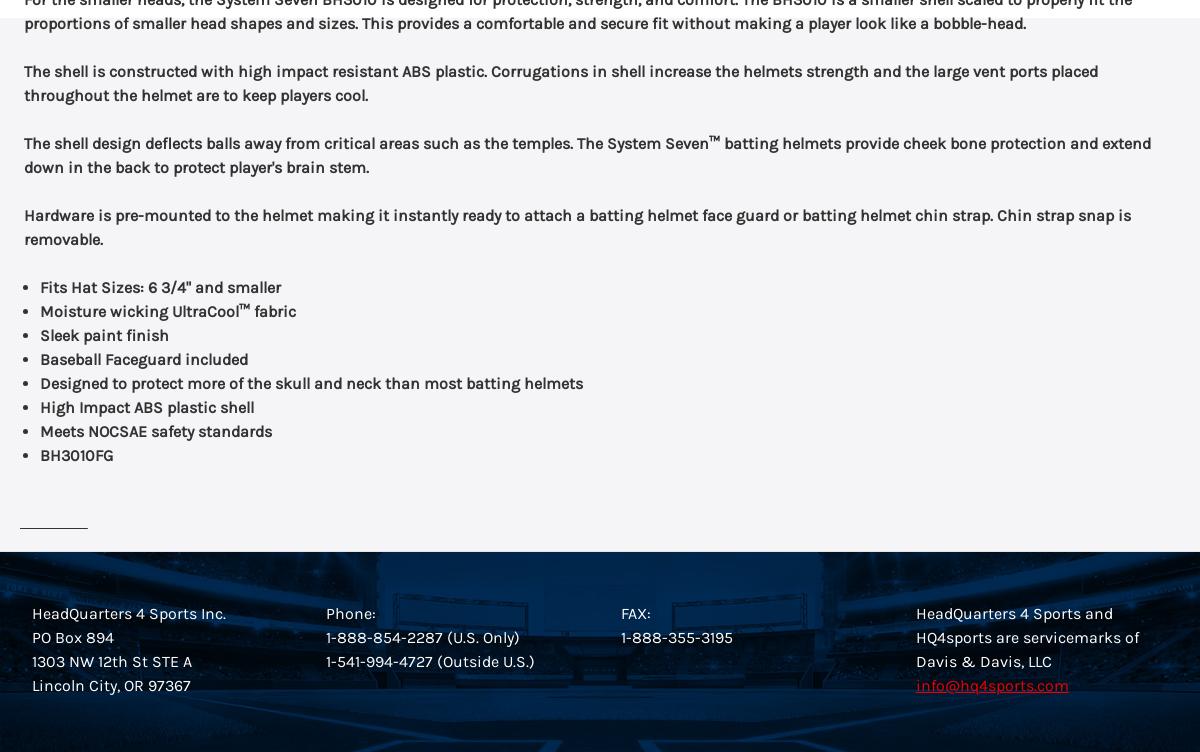 This screenshot has width=1200, height=752. What do you see at coordinates (636, 613) in the screenshot?
I see `'FAX:'` at bounding box center [636, 613].